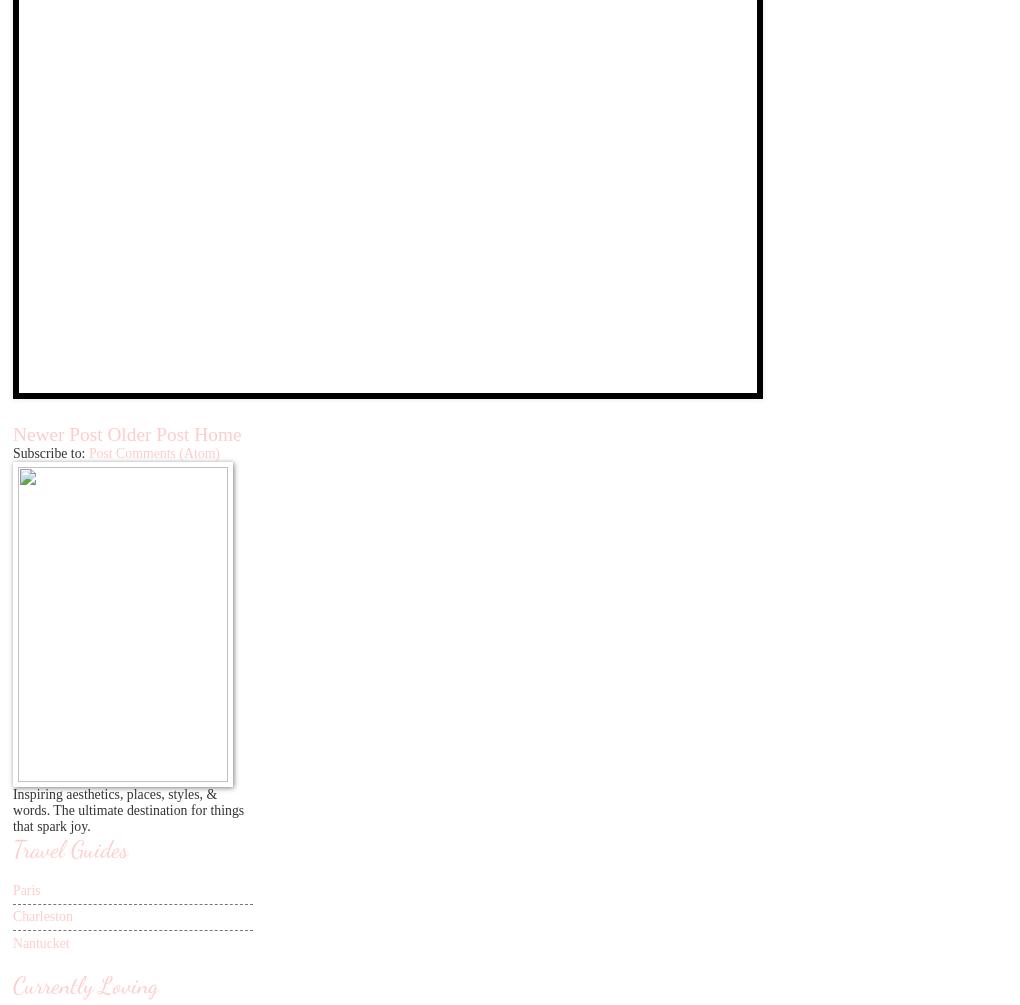 The width and height of the screenshot is (1020, 1005). Describe the element at coordinates (11, 915) in the screenshot. I see `'Charleston'` at that location.